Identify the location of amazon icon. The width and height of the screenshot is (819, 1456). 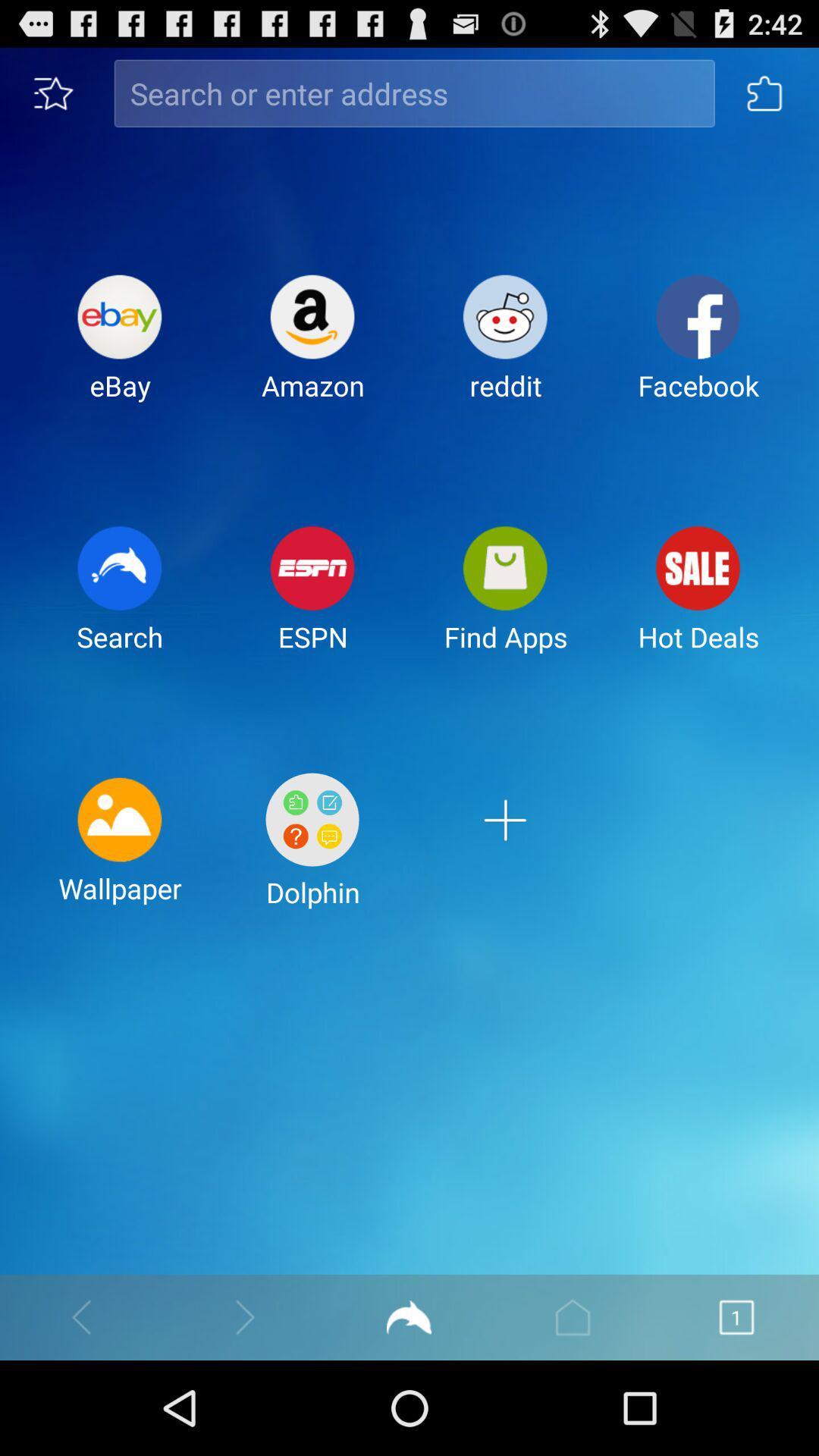
(312, 349).